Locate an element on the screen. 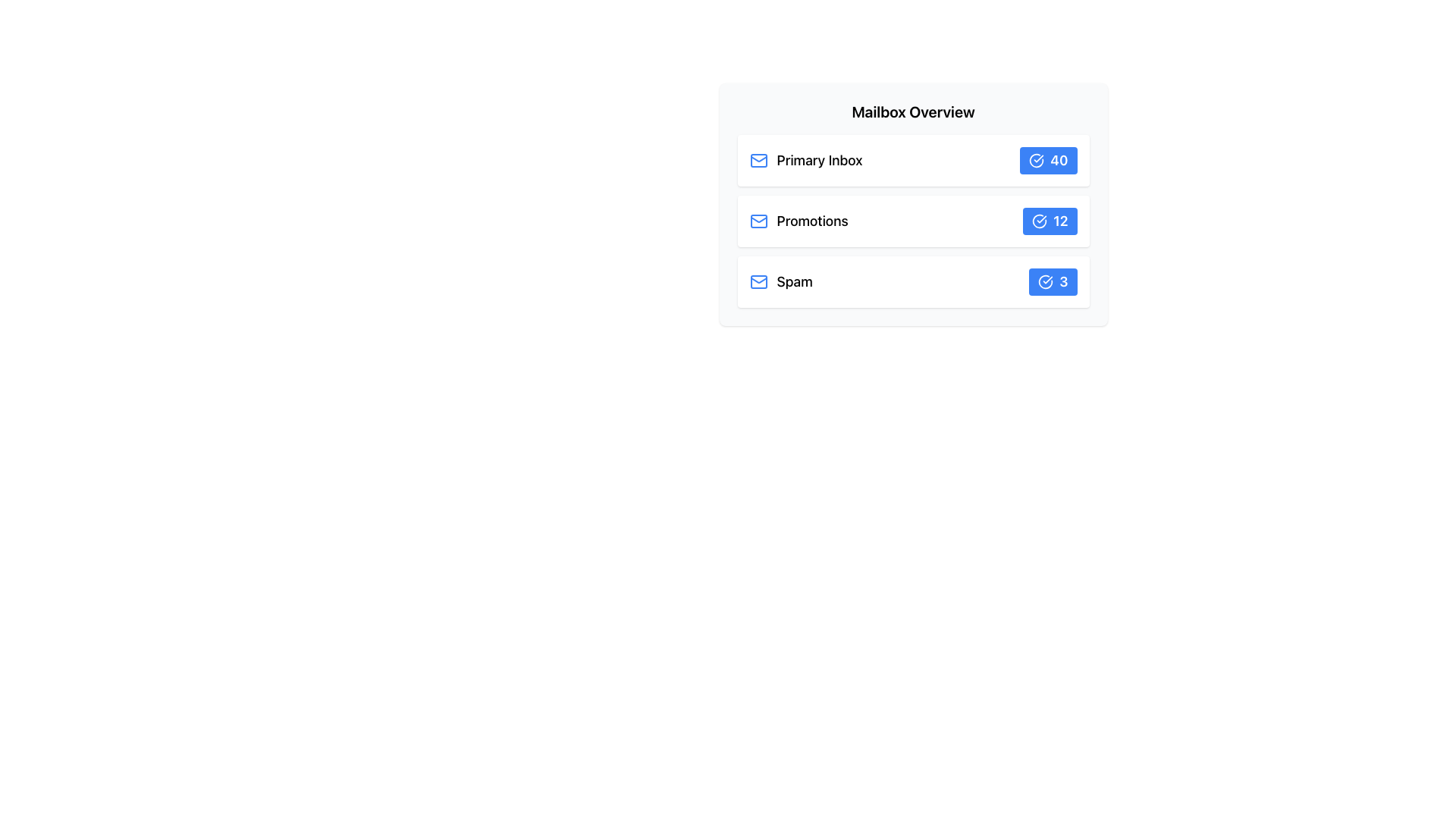  the 'Spam' section icon in the mailbox overview layout, which is positioned to the left of the 'Spam' label and aligned with the numeric indicator '3' is located at coordinates (758, 281).